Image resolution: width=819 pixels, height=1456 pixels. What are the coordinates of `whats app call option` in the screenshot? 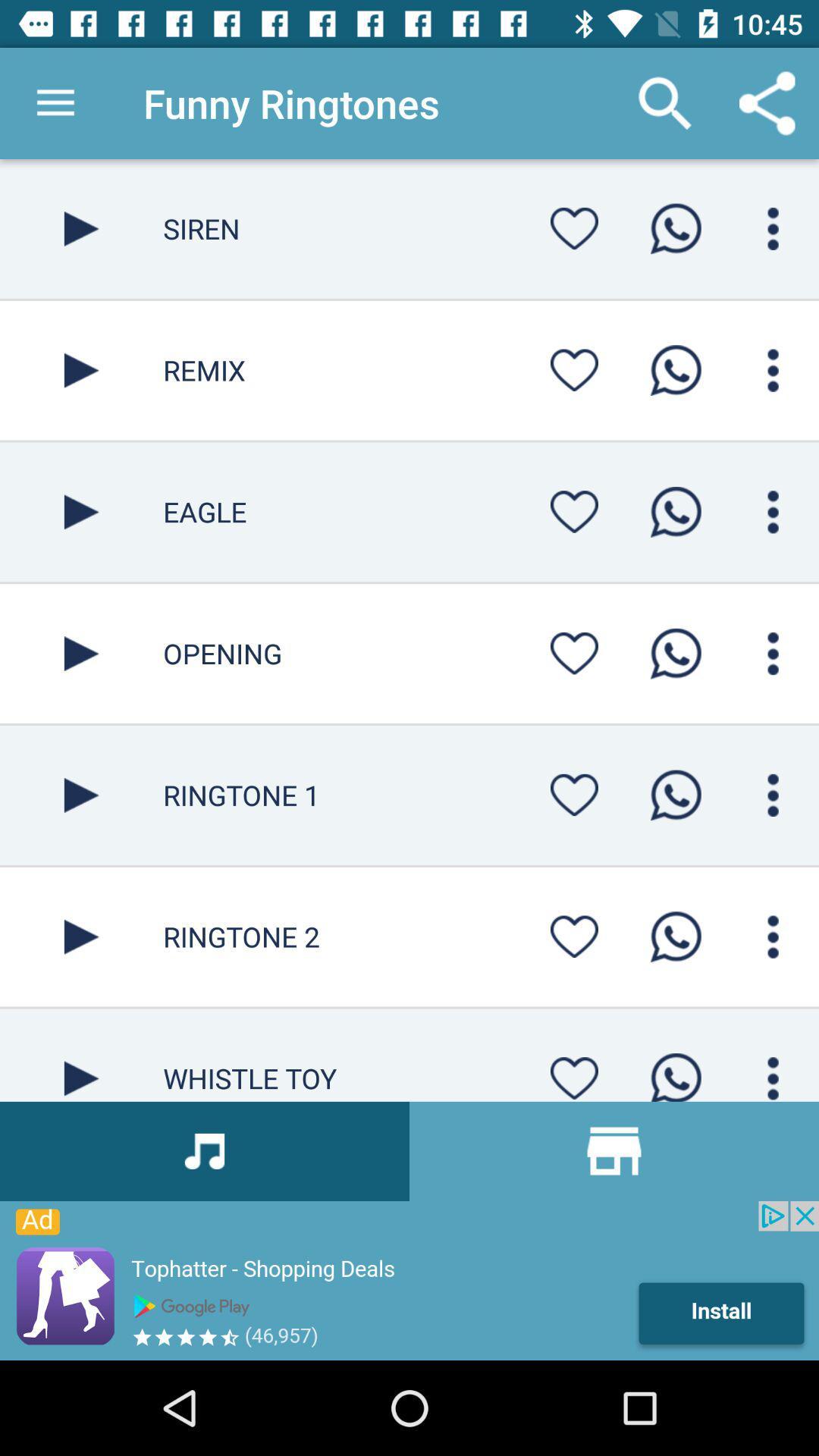 It's located at (675, 794).